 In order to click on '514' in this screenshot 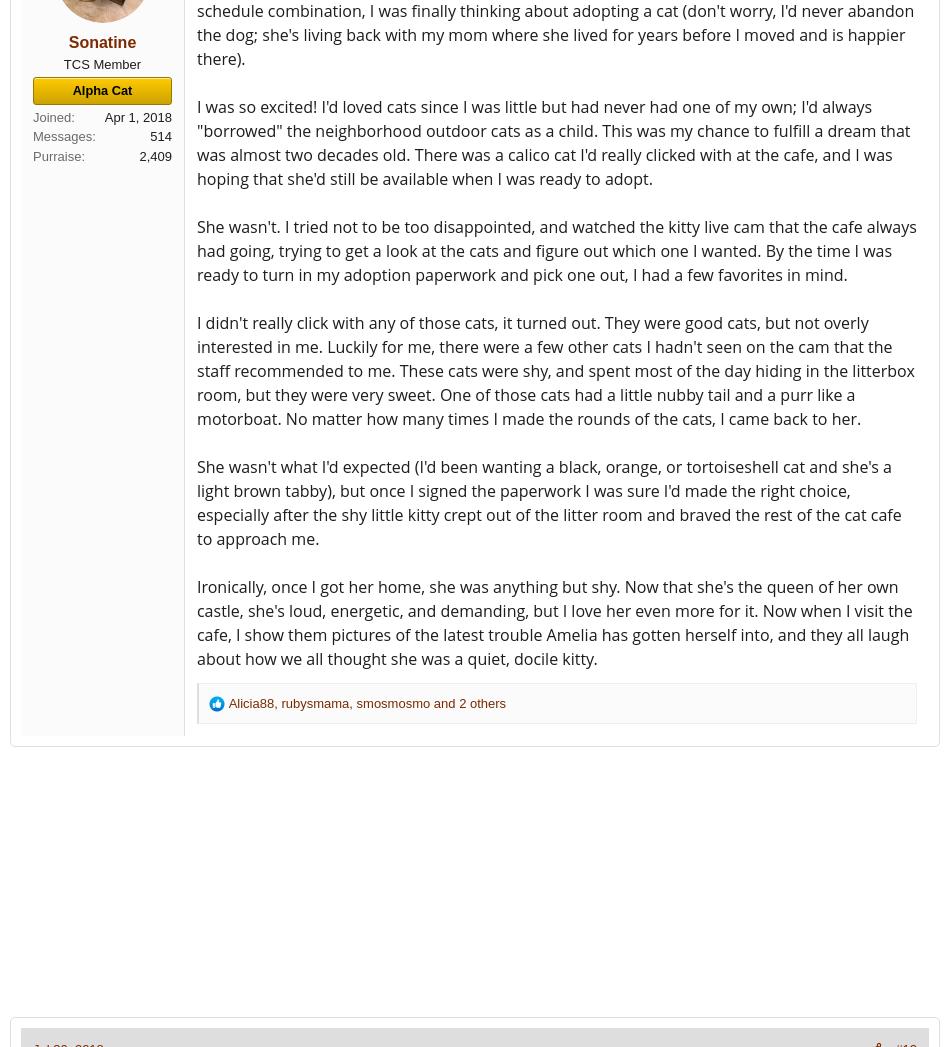, I will do `click(150, 135)`.